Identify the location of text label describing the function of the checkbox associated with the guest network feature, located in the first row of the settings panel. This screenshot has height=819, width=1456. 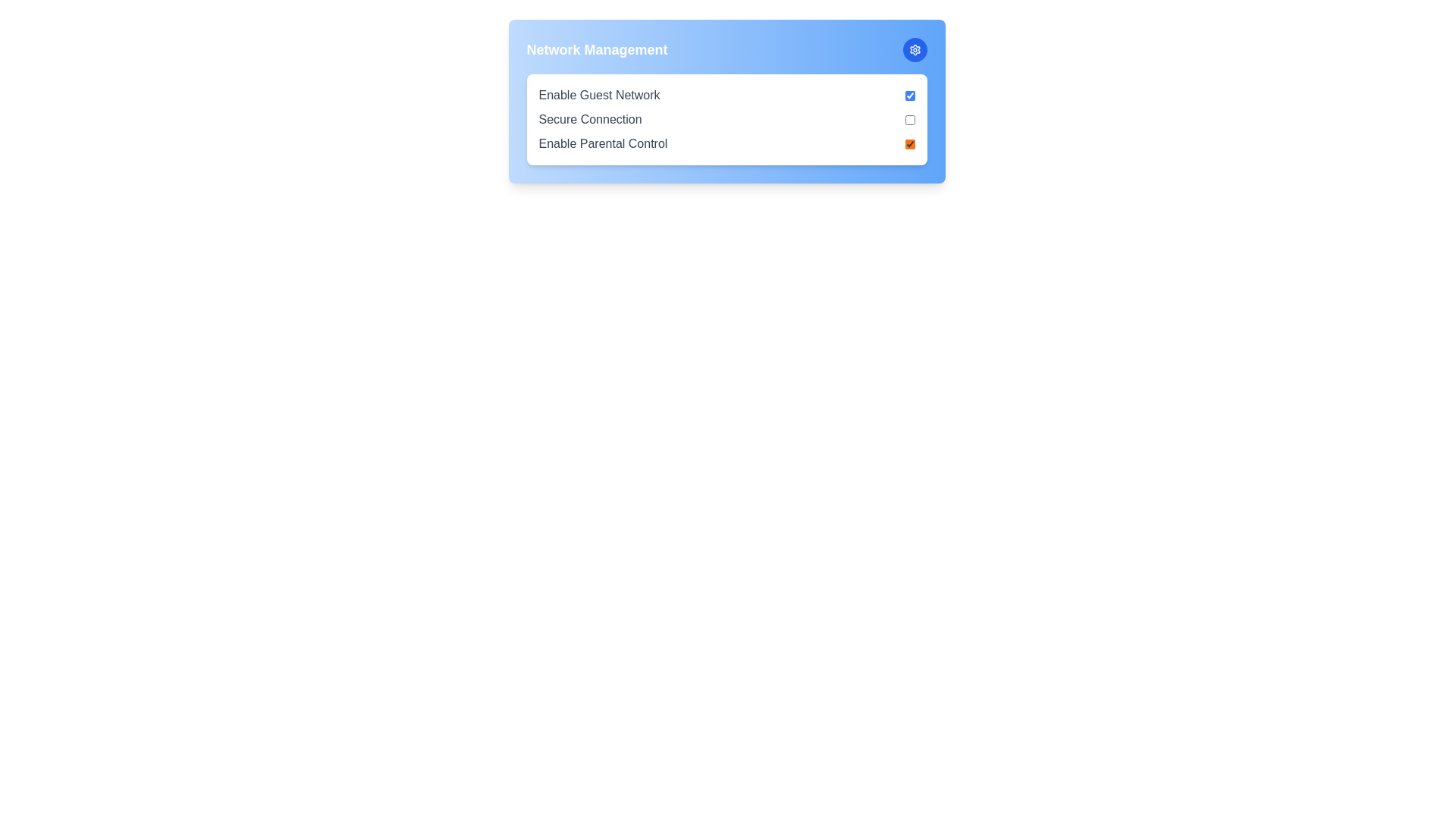
(598, 96).